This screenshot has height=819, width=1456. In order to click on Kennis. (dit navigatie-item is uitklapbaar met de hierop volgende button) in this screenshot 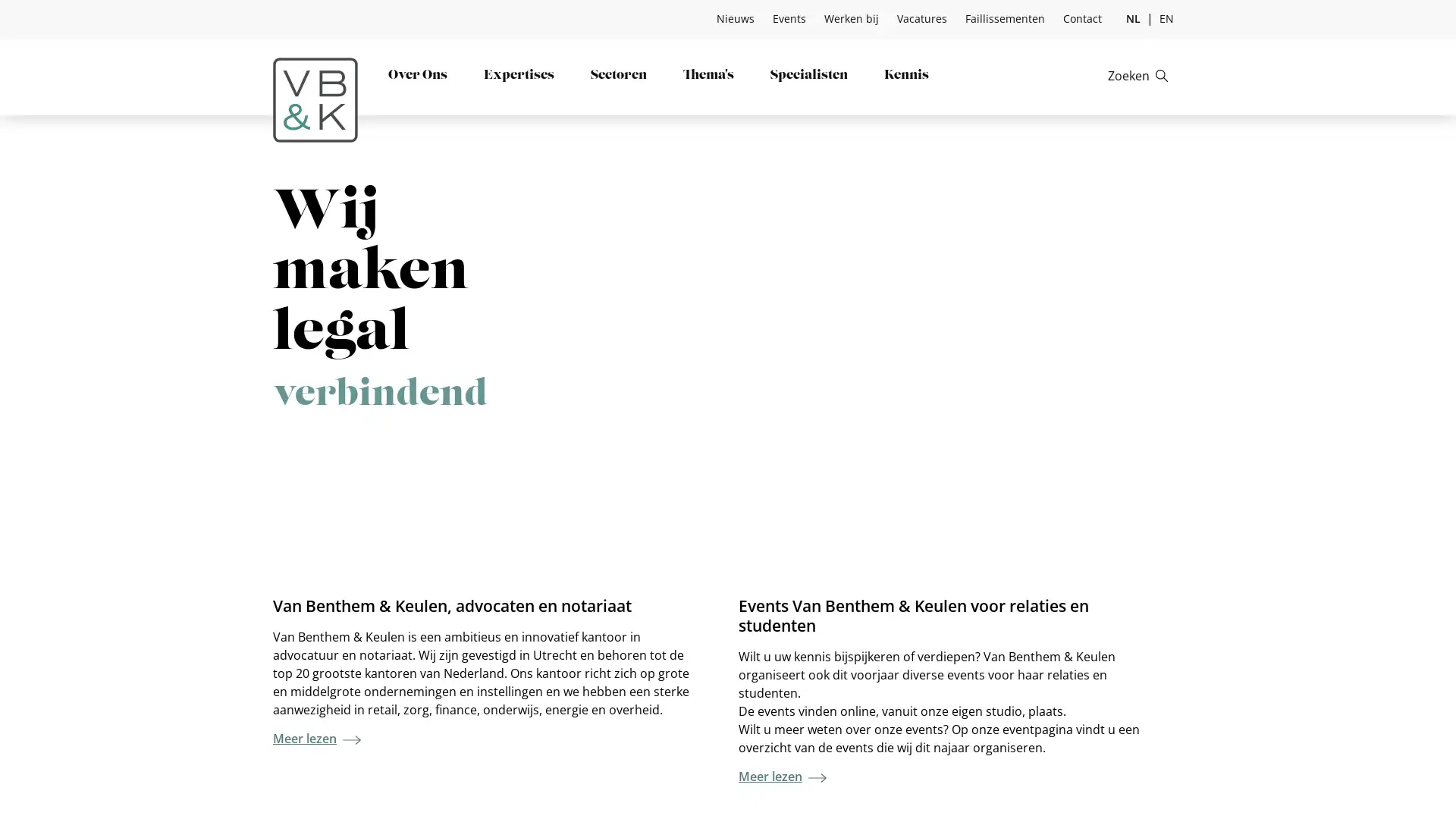, I will do `click(906, 76)`.